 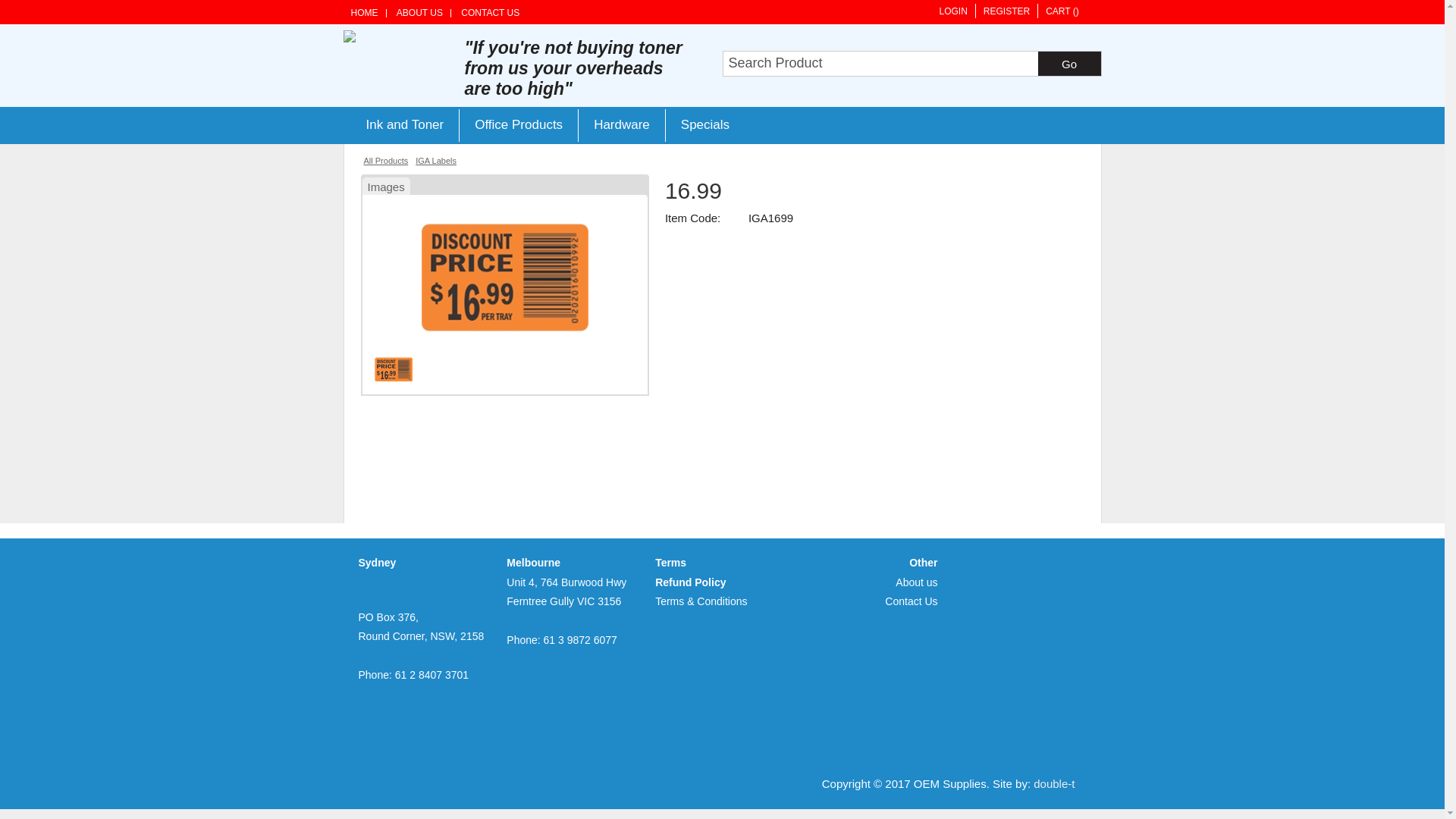 I want to click on 'Go', so click(x=1068, y=63).